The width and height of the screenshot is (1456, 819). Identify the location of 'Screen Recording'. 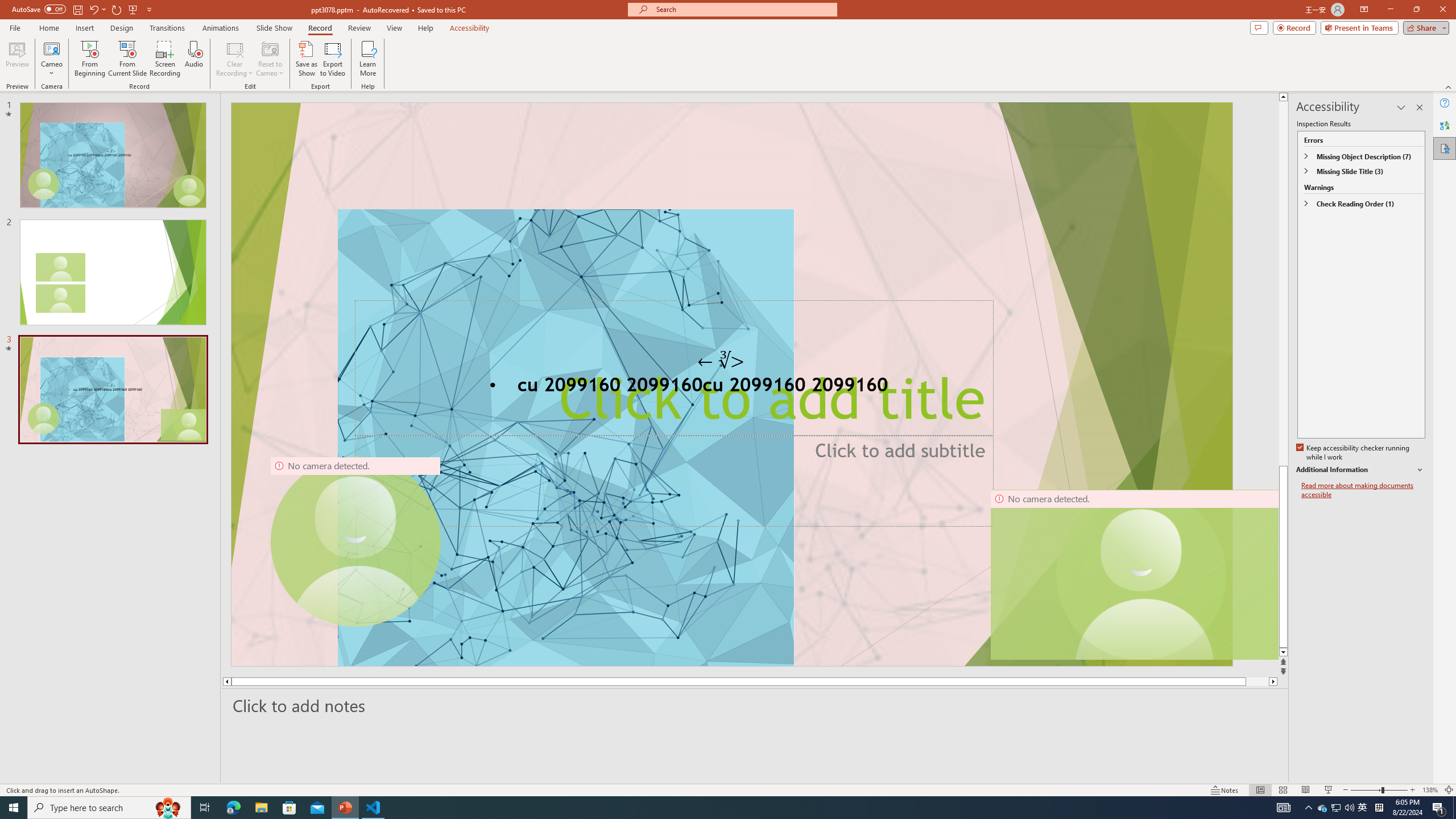
(164, 59).